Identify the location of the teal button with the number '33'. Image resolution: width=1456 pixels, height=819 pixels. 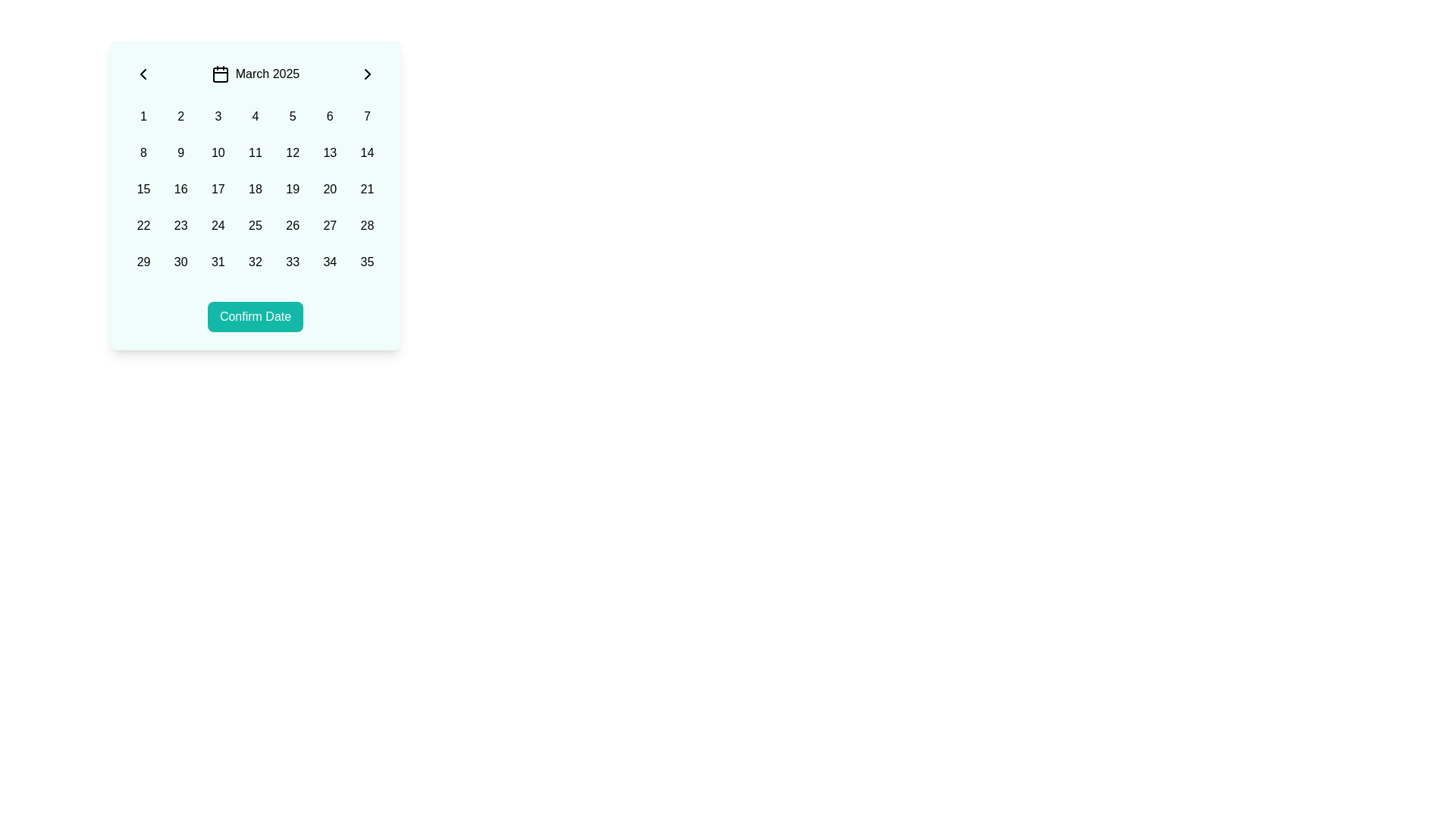
(293, 262).